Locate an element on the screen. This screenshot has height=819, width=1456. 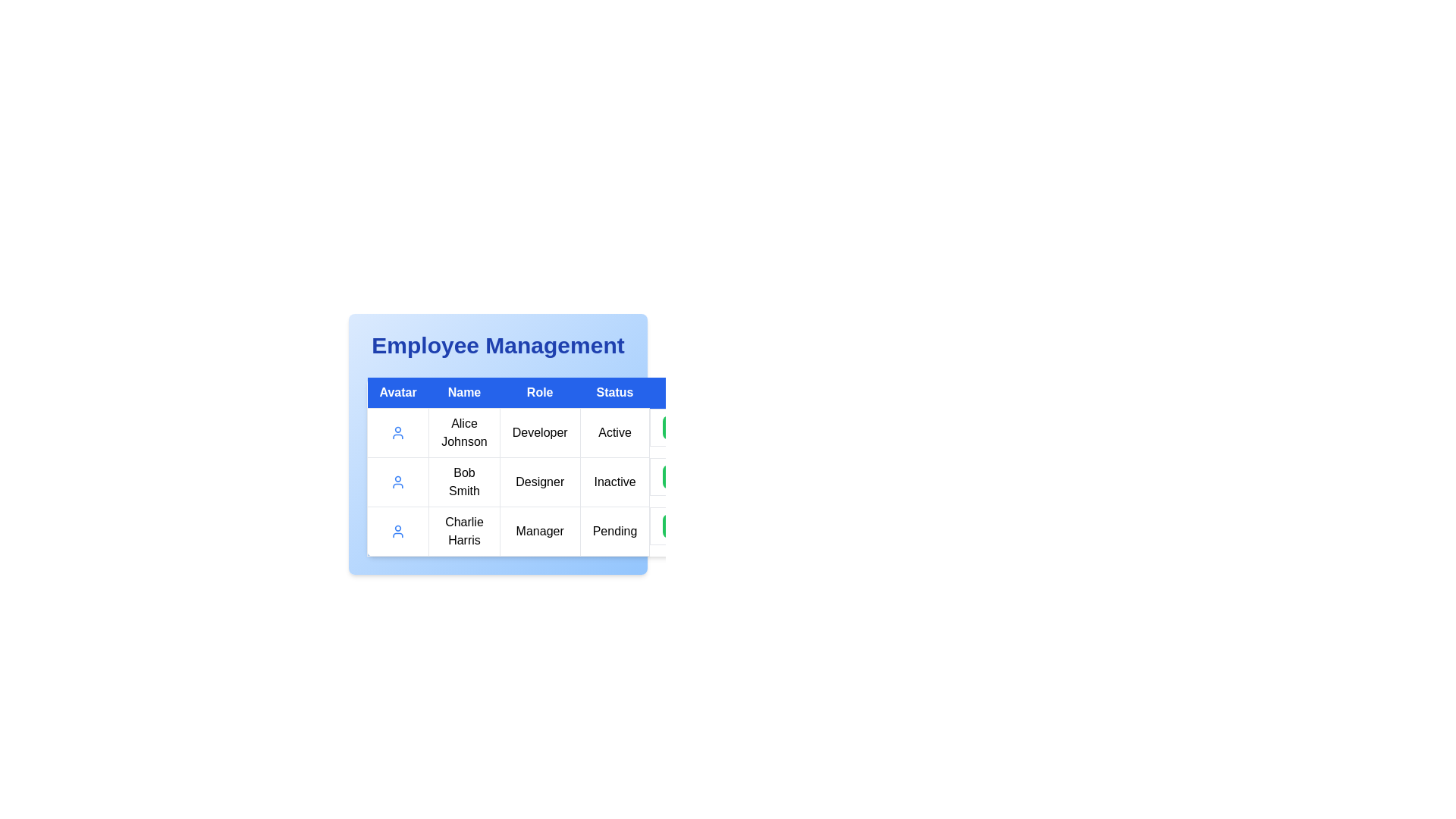
the 'Active' text label in the 'Status' column for 'Alice Johnson', a Developer, which is the fourth cell in the row is located at coordinates (615, 432).